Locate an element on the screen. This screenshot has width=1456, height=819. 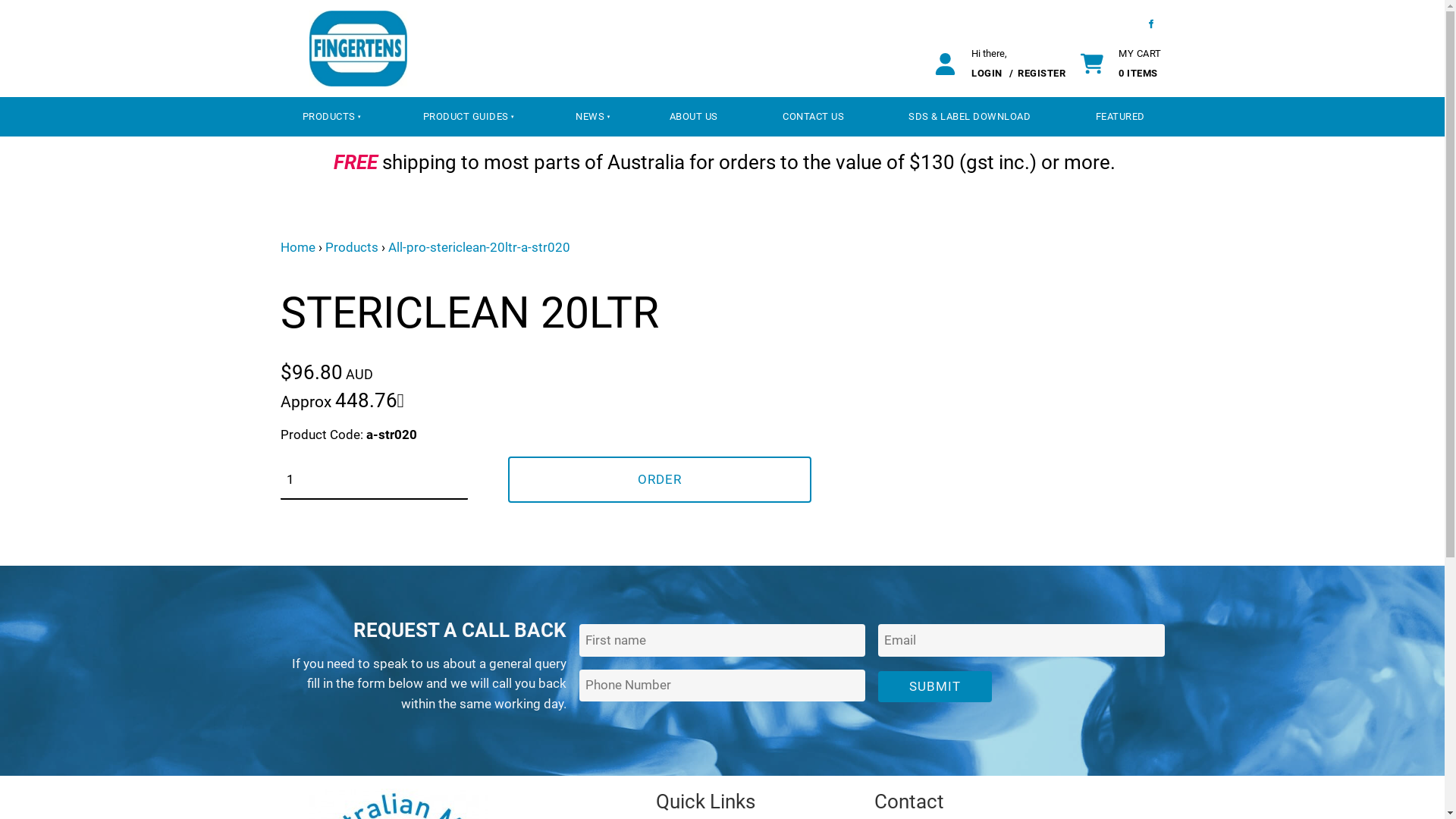
'ORDER' is located at coordinates (659, 479).